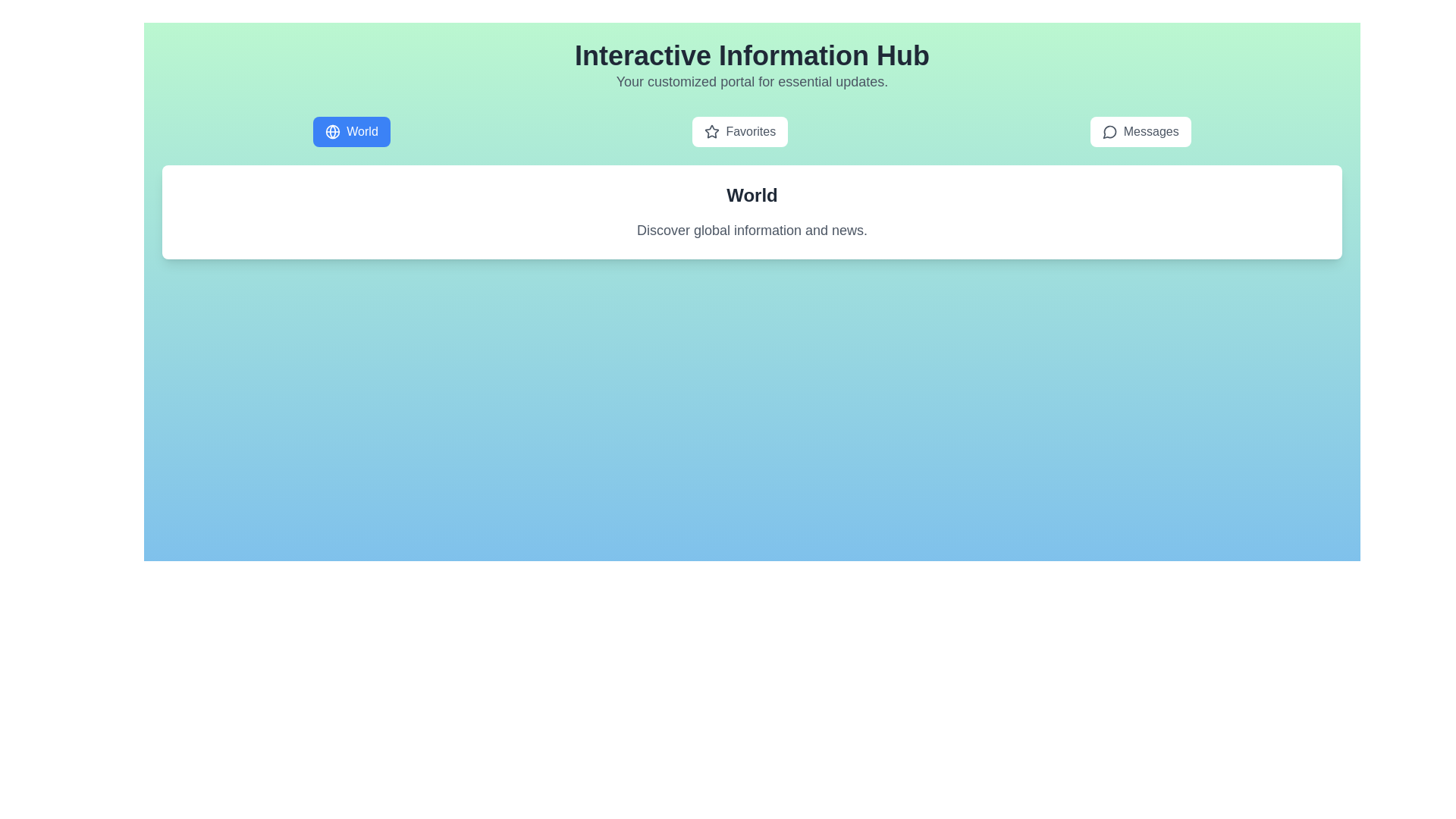  What do you see at coordinates (1140, 130) in the screenshot?
I see `the Messages tab to select it` at bounding box center [1140, 130].